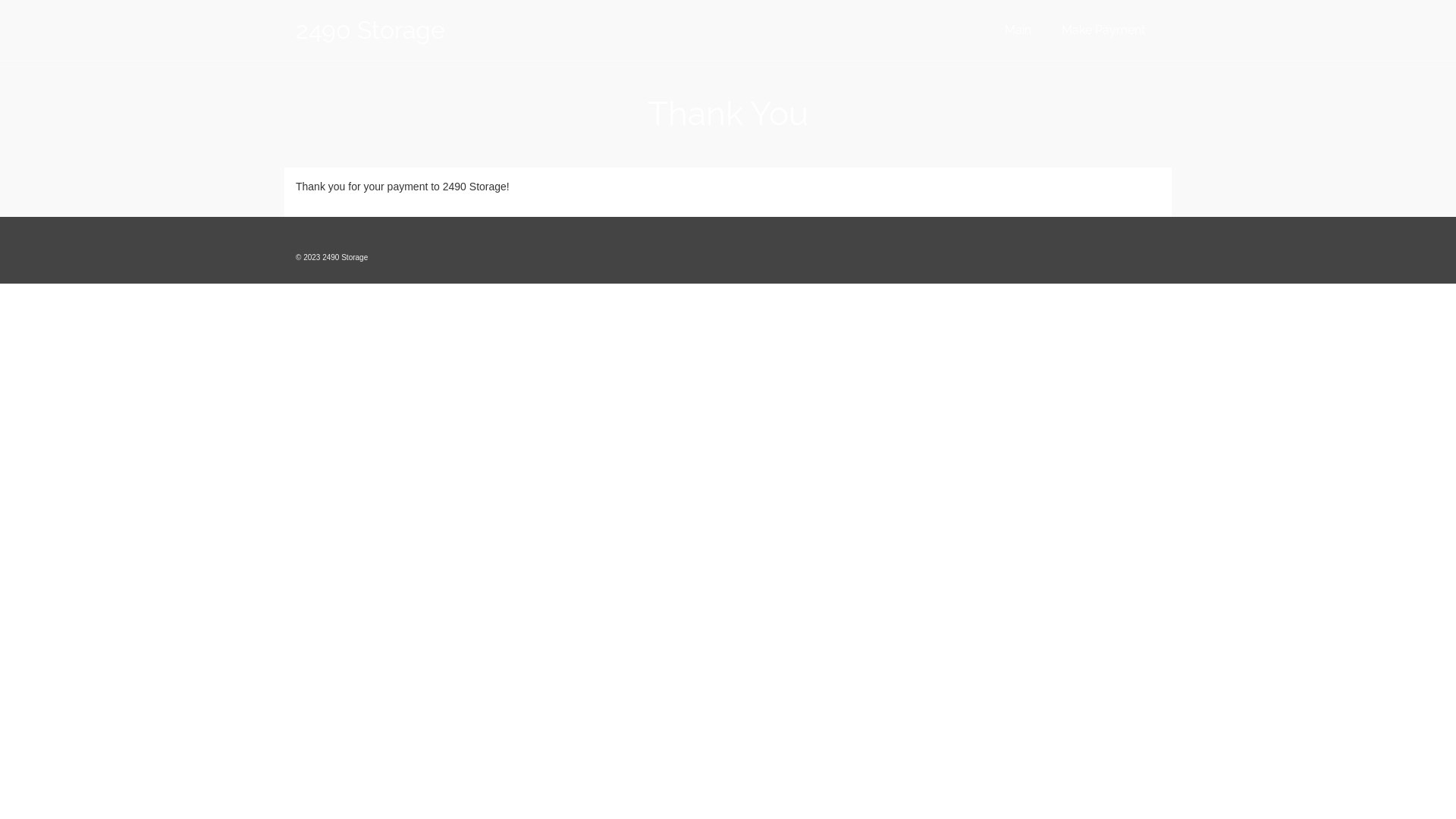  I want to click on 'Main', so click(1018, 30).